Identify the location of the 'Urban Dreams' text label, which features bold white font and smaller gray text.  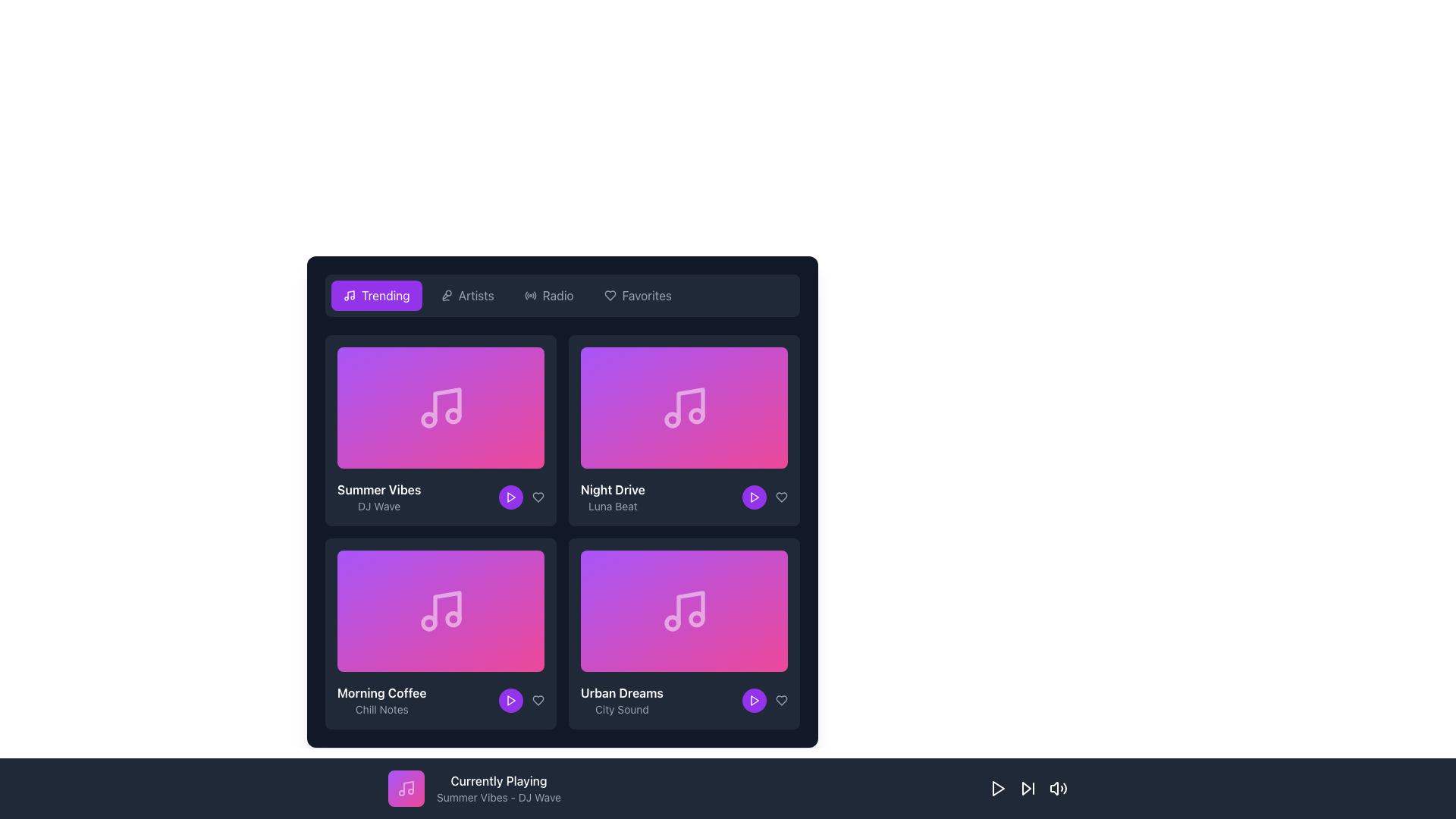
(622, 701).